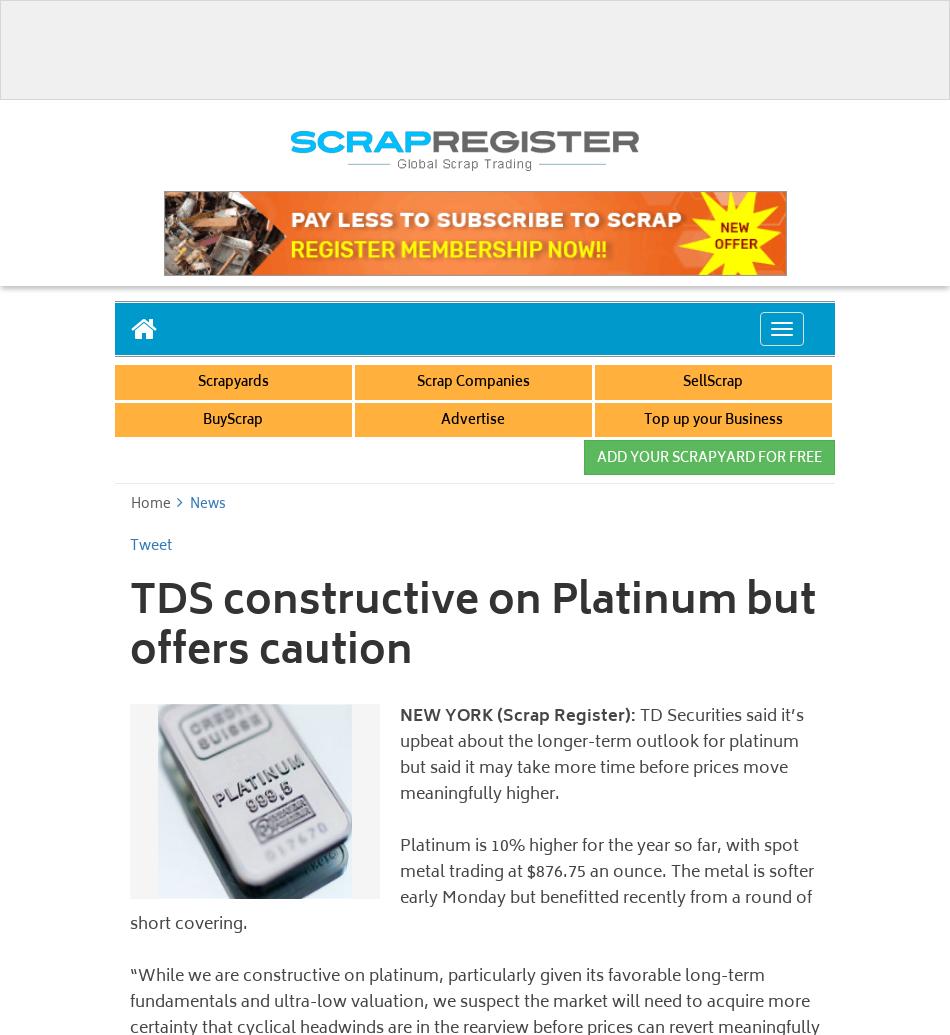 The image size is (950, 1035). What do you see at coordinates (470, 884) in the screenshot?
I see `'Platinum is 10% higher for the year so far, with spot metal trading at $876.75 an ounce. The metal is softer early Monday but benefitted recently from a round of short covering.'` at bounding box center [470, 884].